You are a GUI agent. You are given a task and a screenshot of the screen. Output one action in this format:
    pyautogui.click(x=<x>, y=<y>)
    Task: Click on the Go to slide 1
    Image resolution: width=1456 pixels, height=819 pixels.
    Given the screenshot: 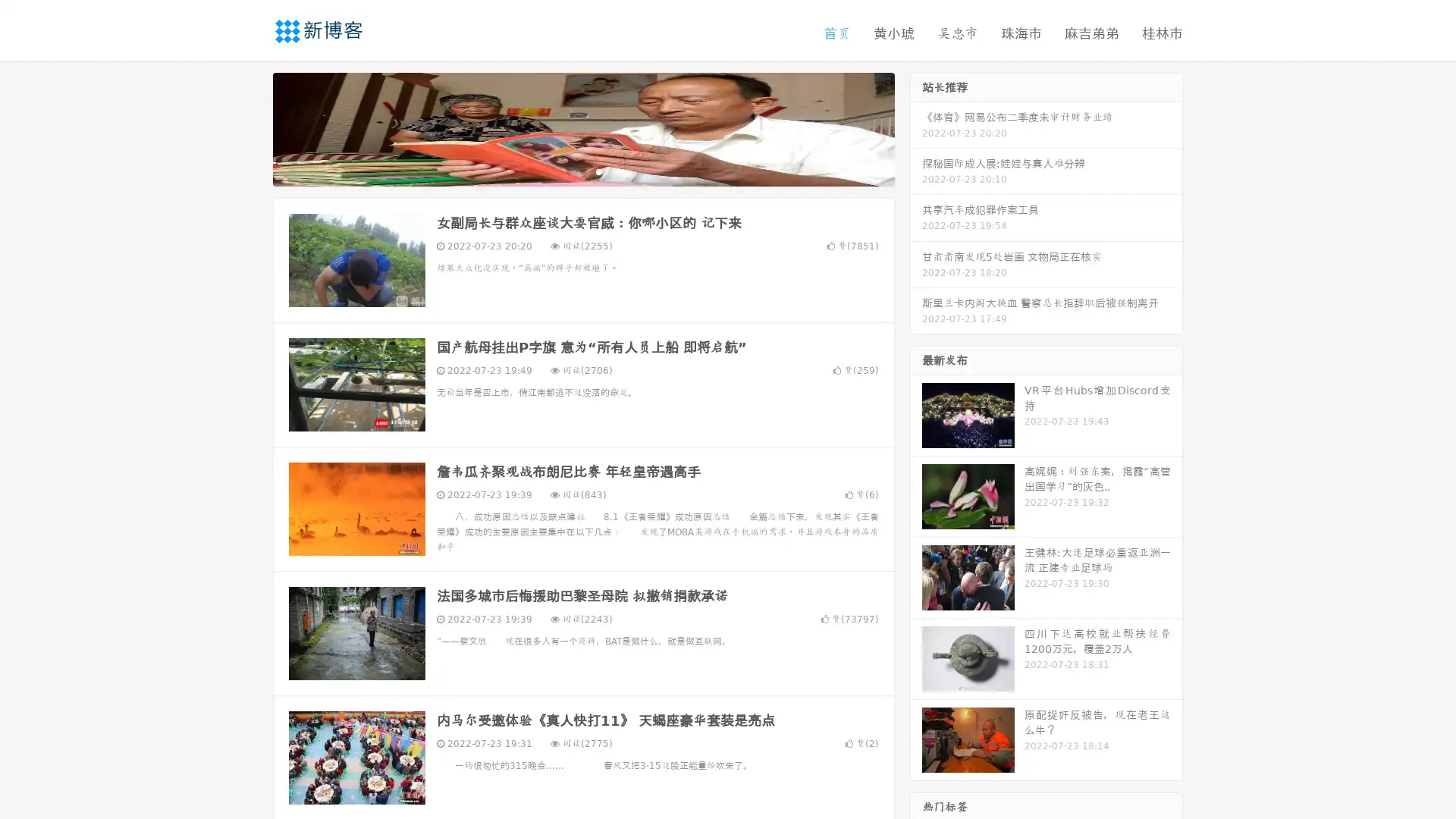 What is the action you would take?
    pyautogui.click(x=567, y=171)
    